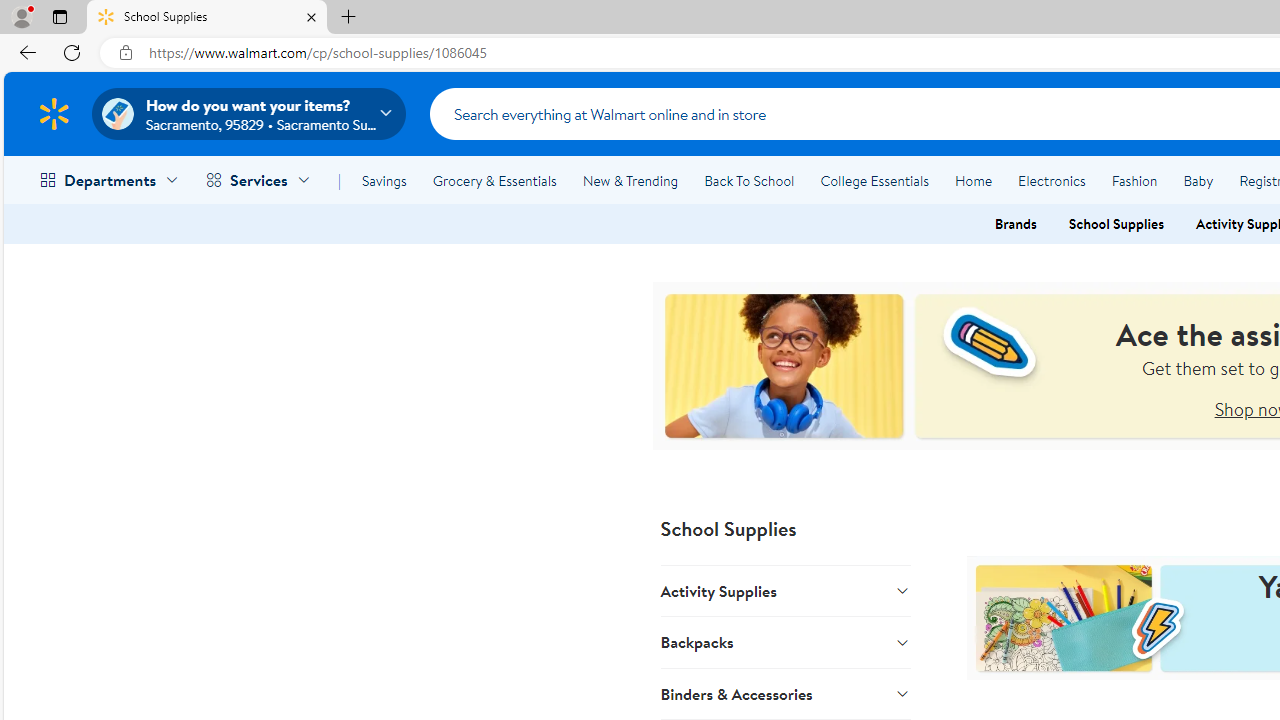 The height and width of the screenshot is (720, 1280). Describe the element at coordinates (494, 181) in the screenshot. I see `'Grocery & Essentials'` at that location.